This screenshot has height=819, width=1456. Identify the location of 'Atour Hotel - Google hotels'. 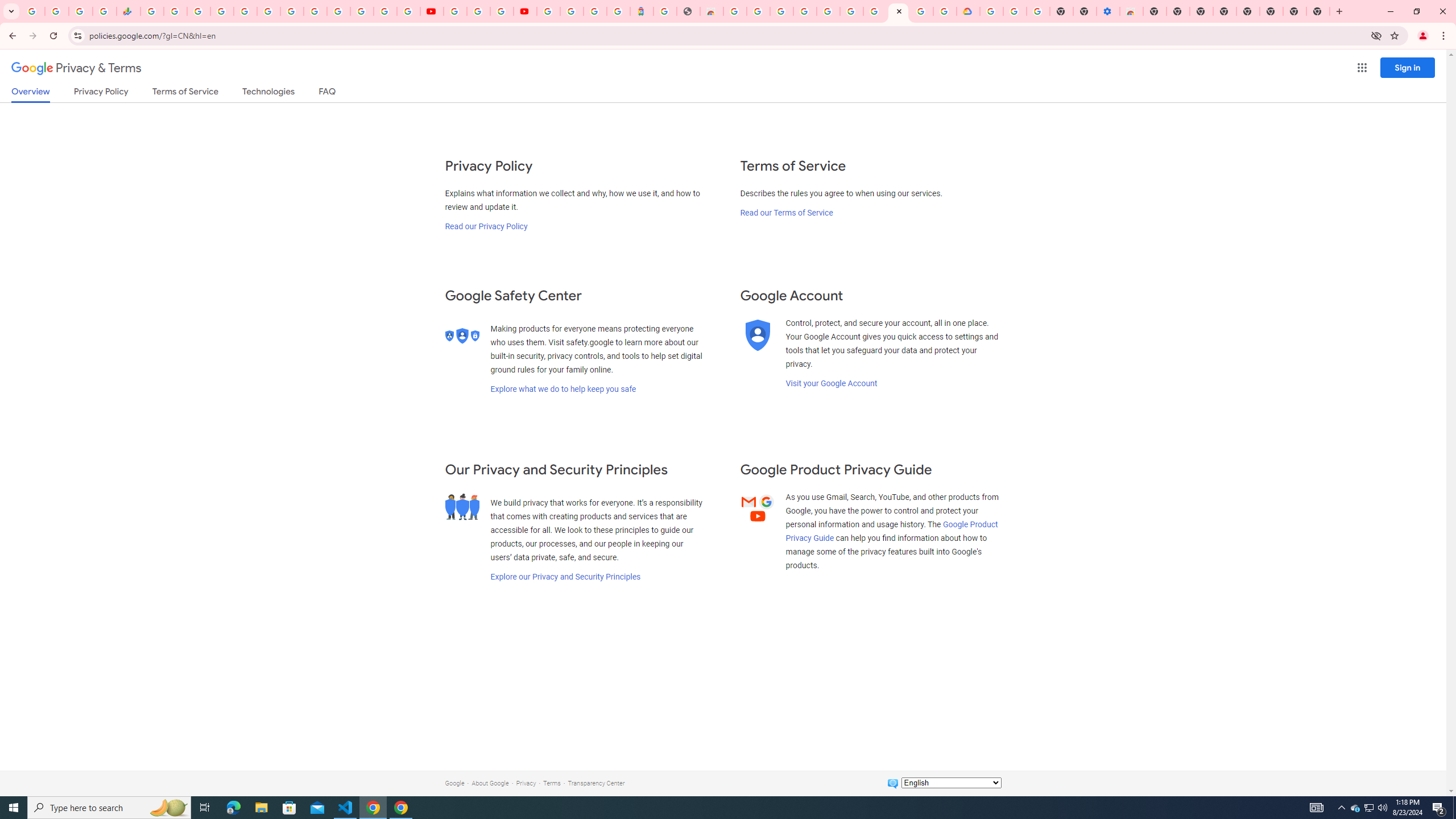
(640, 11).